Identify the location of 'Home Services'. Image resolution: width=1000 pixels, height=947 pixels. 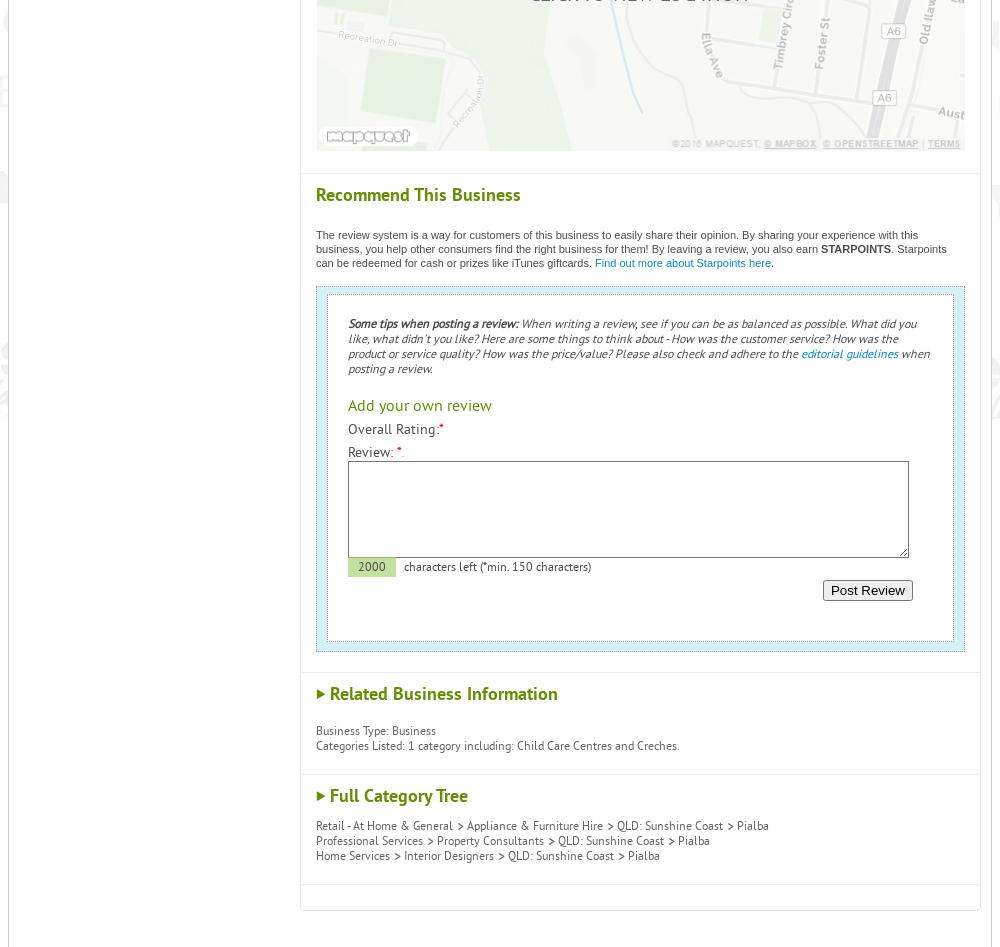
(315, 855).